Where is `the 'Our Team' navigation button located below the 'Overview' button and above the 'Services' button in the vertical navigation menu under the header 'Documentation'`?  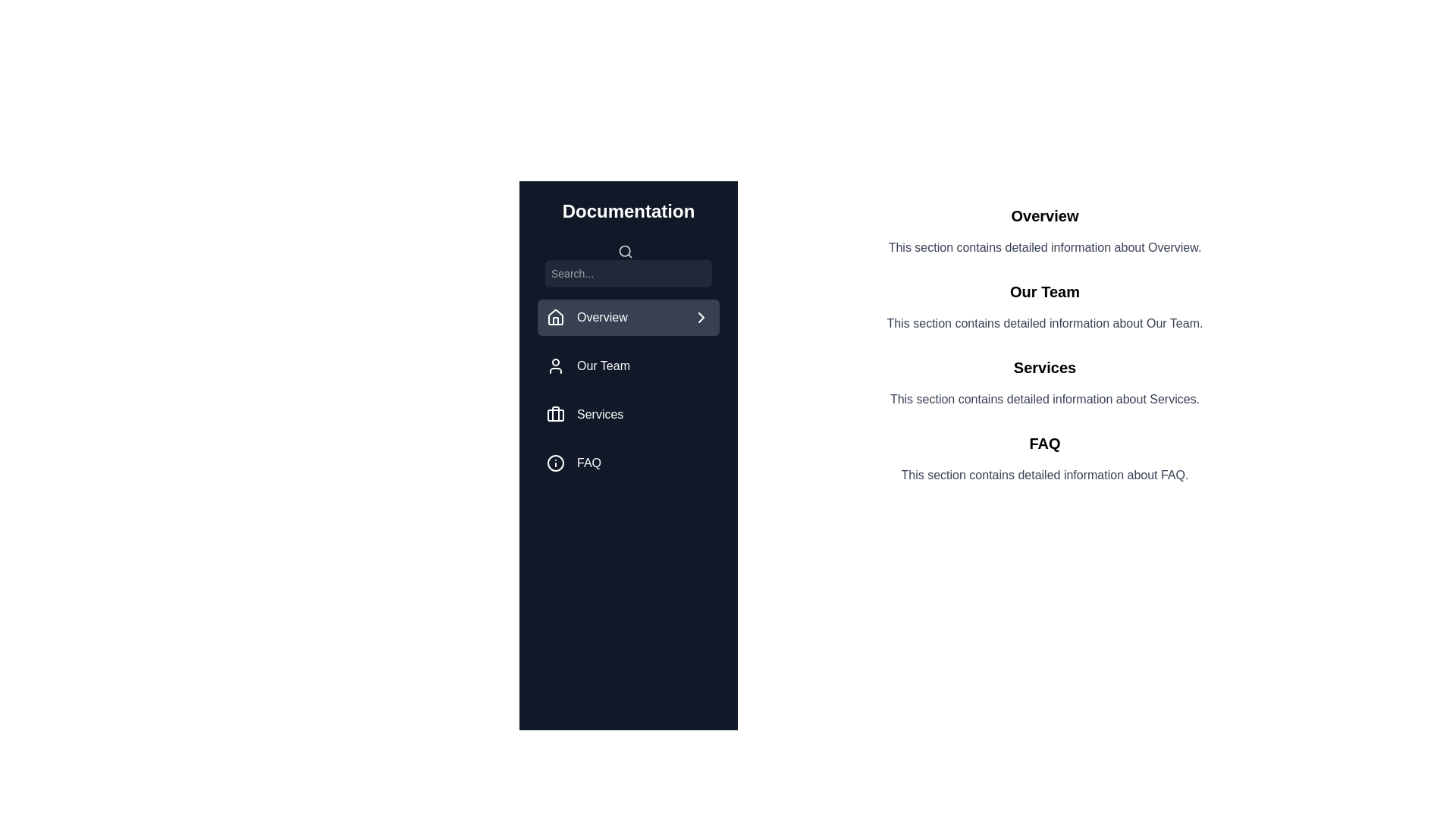 the 'Our Team' navigation button located below the 'Overview' button and above the 'Services' button in the vertical navigation menu under the header 'Documentation' is located at coordinates (629, 366).